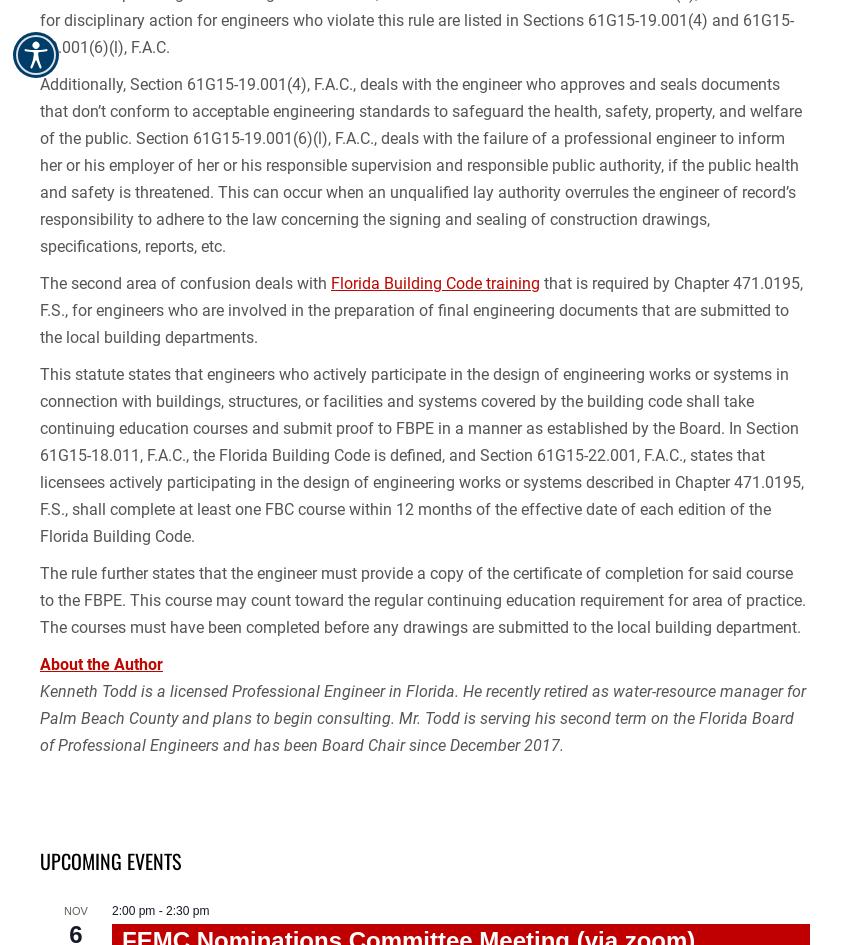 Image resolution: width=850 pixels, height=945 pixels. What do you see at coordinates (186, 909) in the screenshot?
I see `'2:30 pm'` at bounding box center [186, 909].